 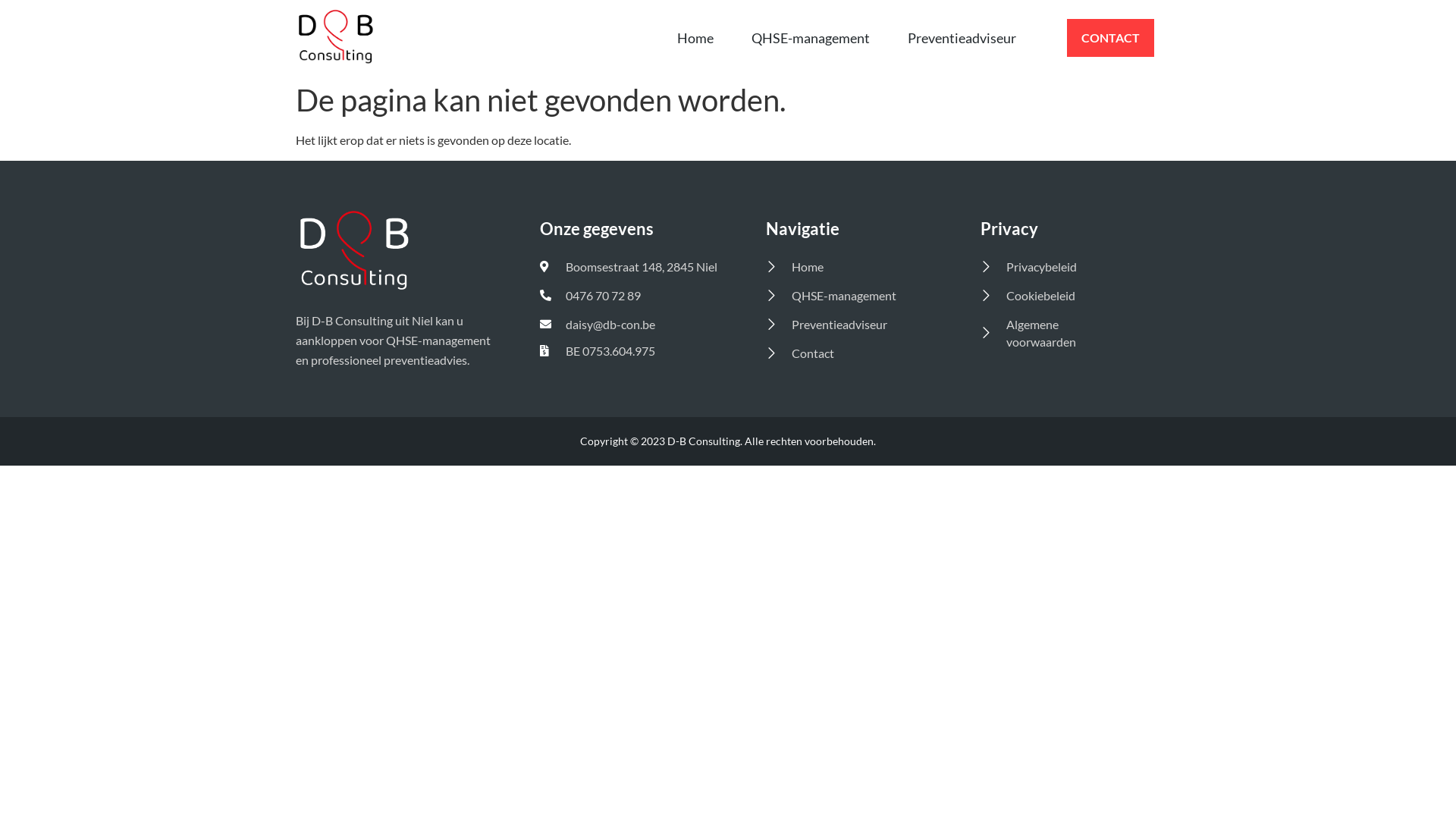 What do you see at coordinates (658, 37) in the screenshot?
I see `'Home'` at bounding box center [658, 37].